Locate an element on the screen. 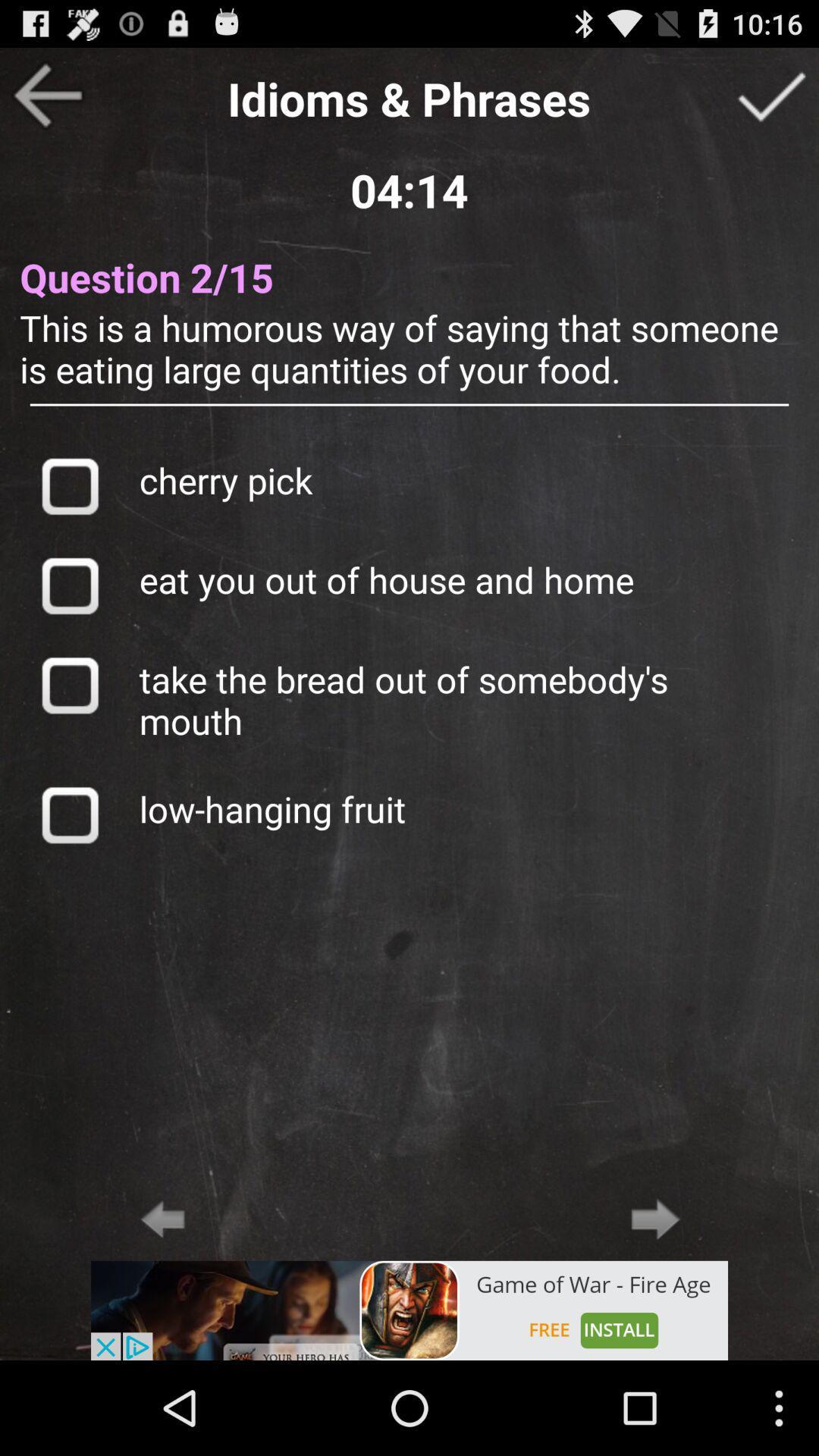 Image resolution: width=819 pixels, height=1456 pixels. previous screen is located at coordinates (46, 94).